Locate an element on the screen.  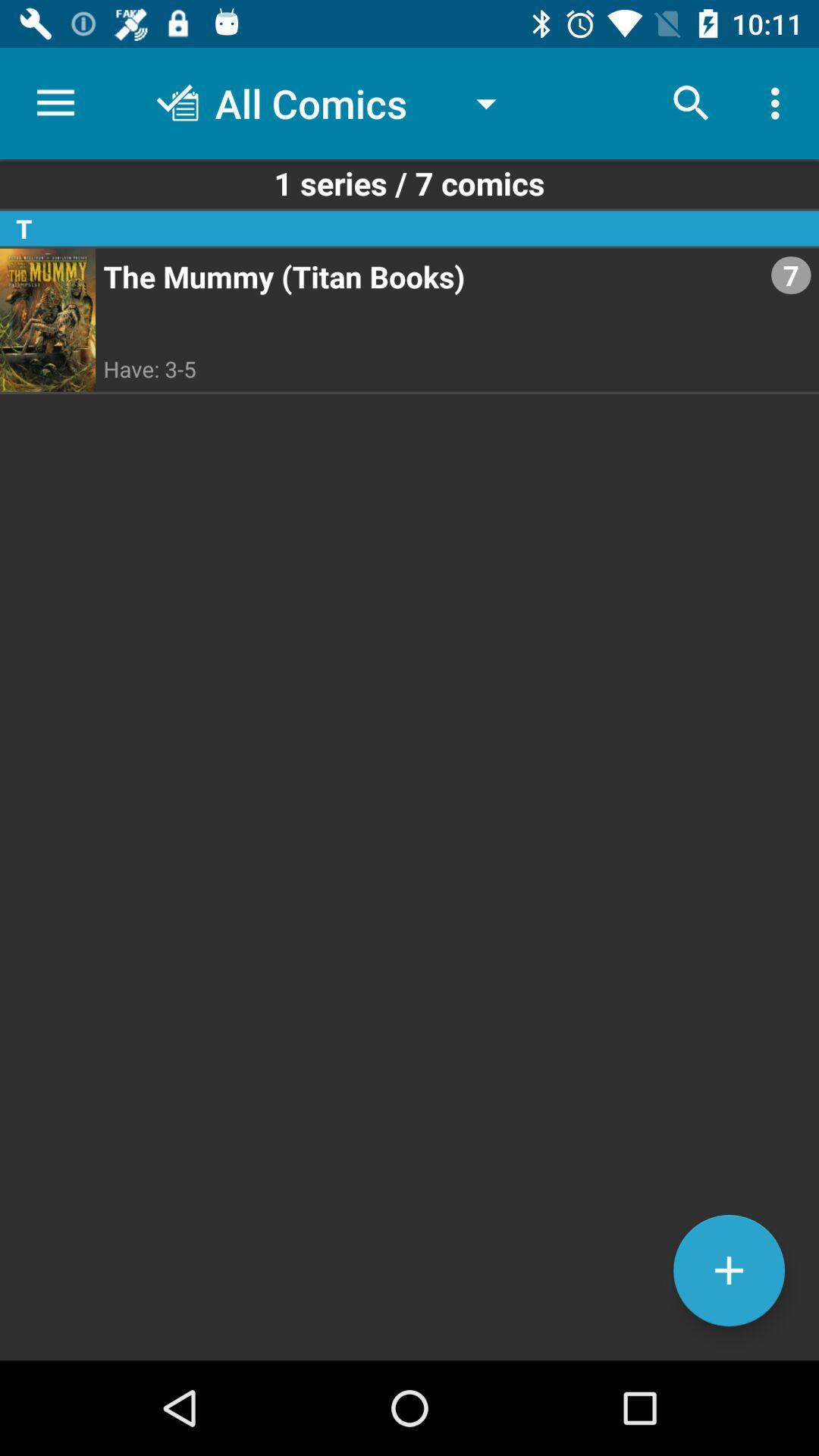
icon below the the mummy titan icon is located at coordinates (728, 1270).